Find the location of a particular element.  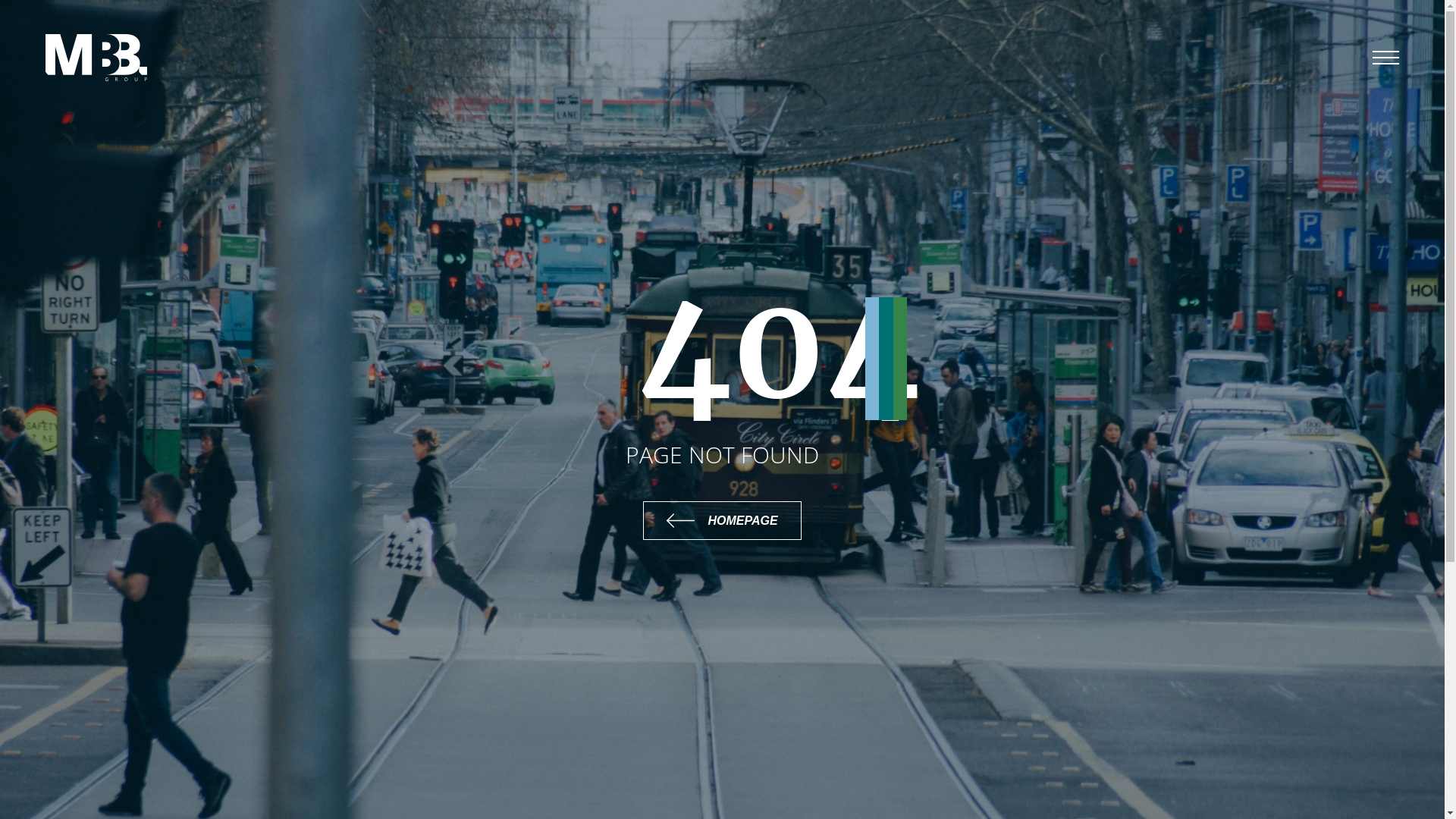

'HOMEPAGE' is located at coordinates (720, 519).